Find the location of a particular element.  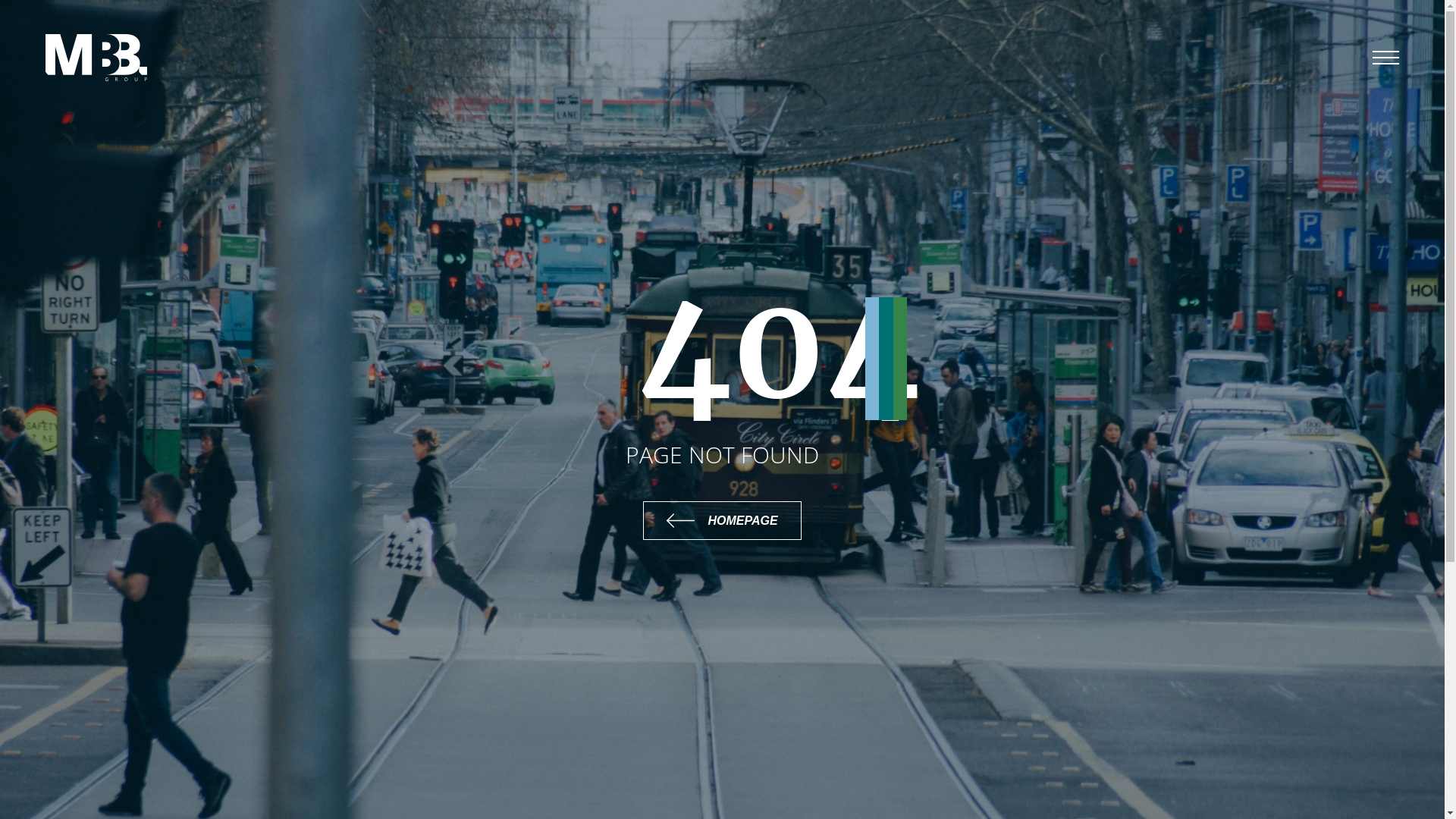

'HOMEPAGE' is located at coordinates (720, 519).